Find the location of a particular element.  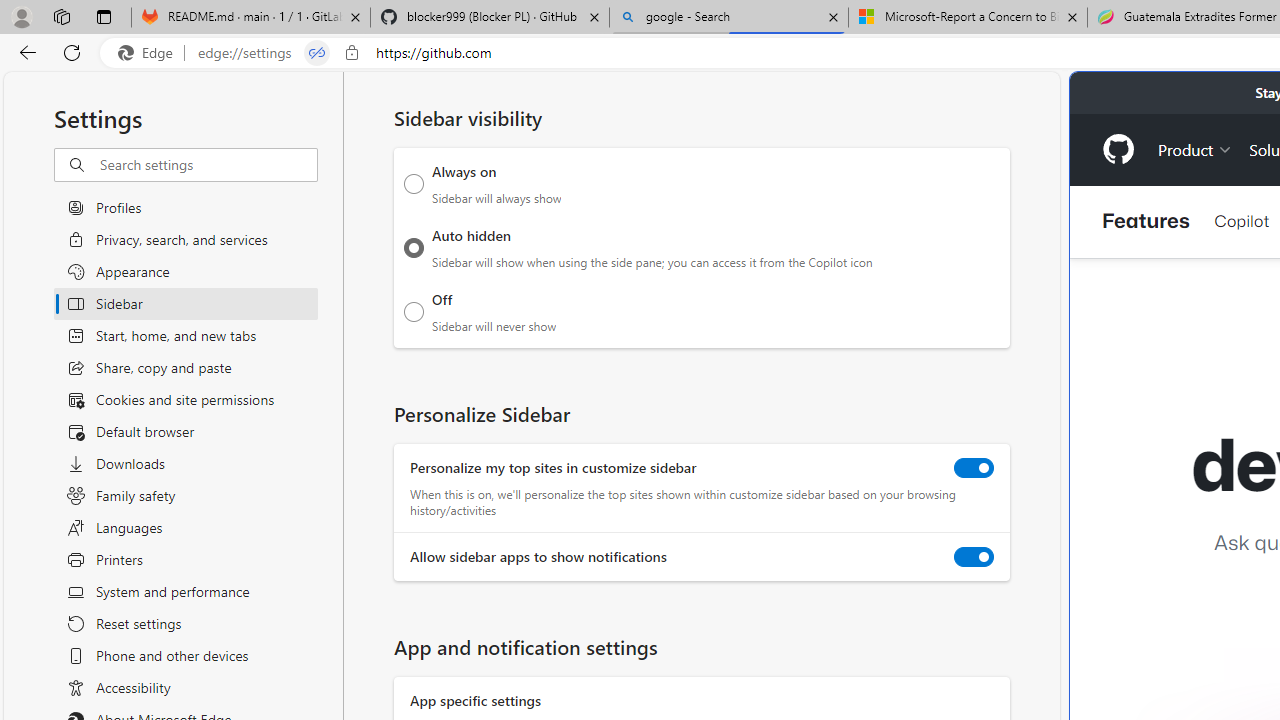

'Always on Sidebar will always show' is located at coordinates (413, 183).